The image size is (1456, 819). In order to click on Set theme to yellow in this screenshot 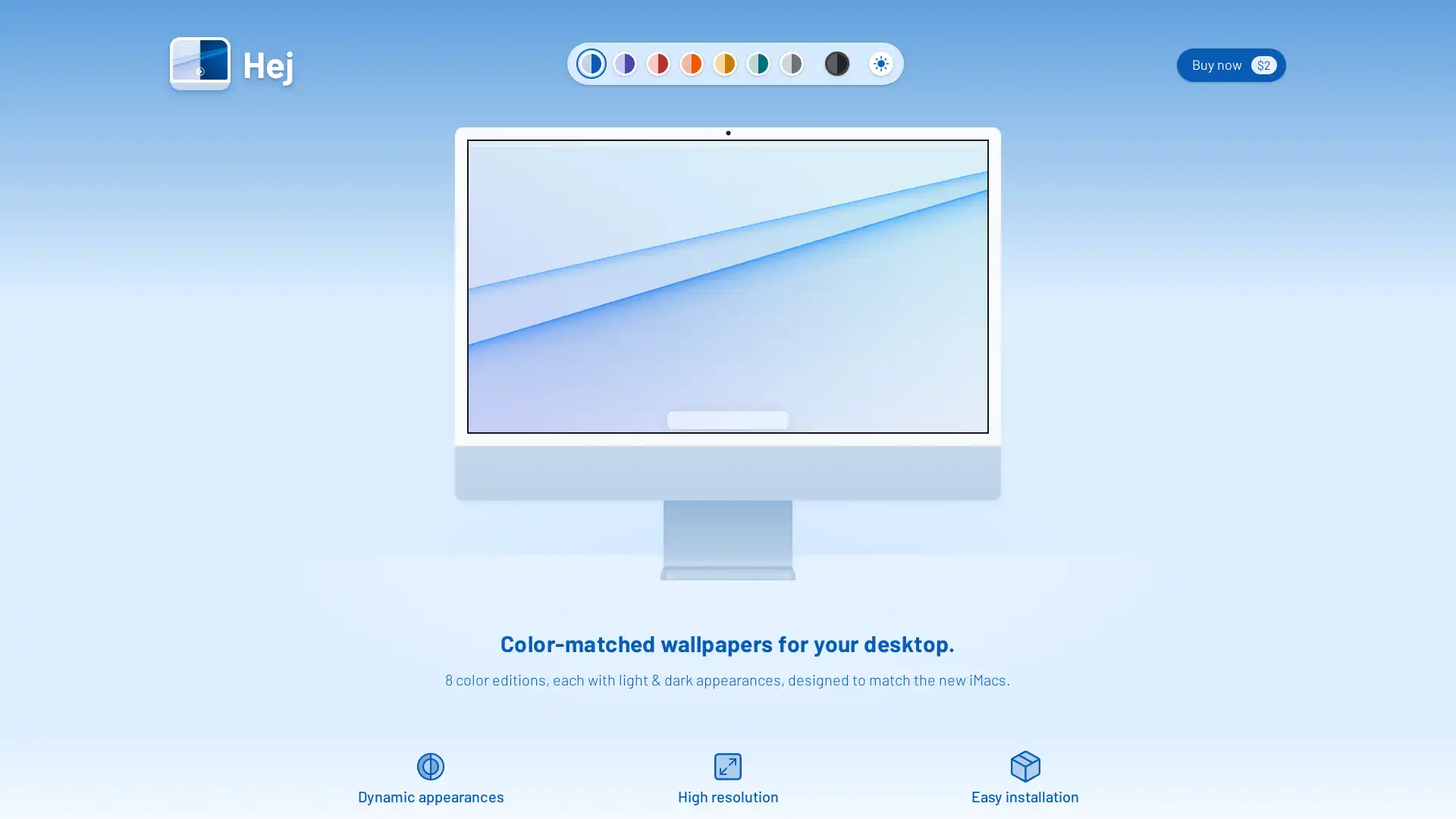, I will do `click(723, 63)`.